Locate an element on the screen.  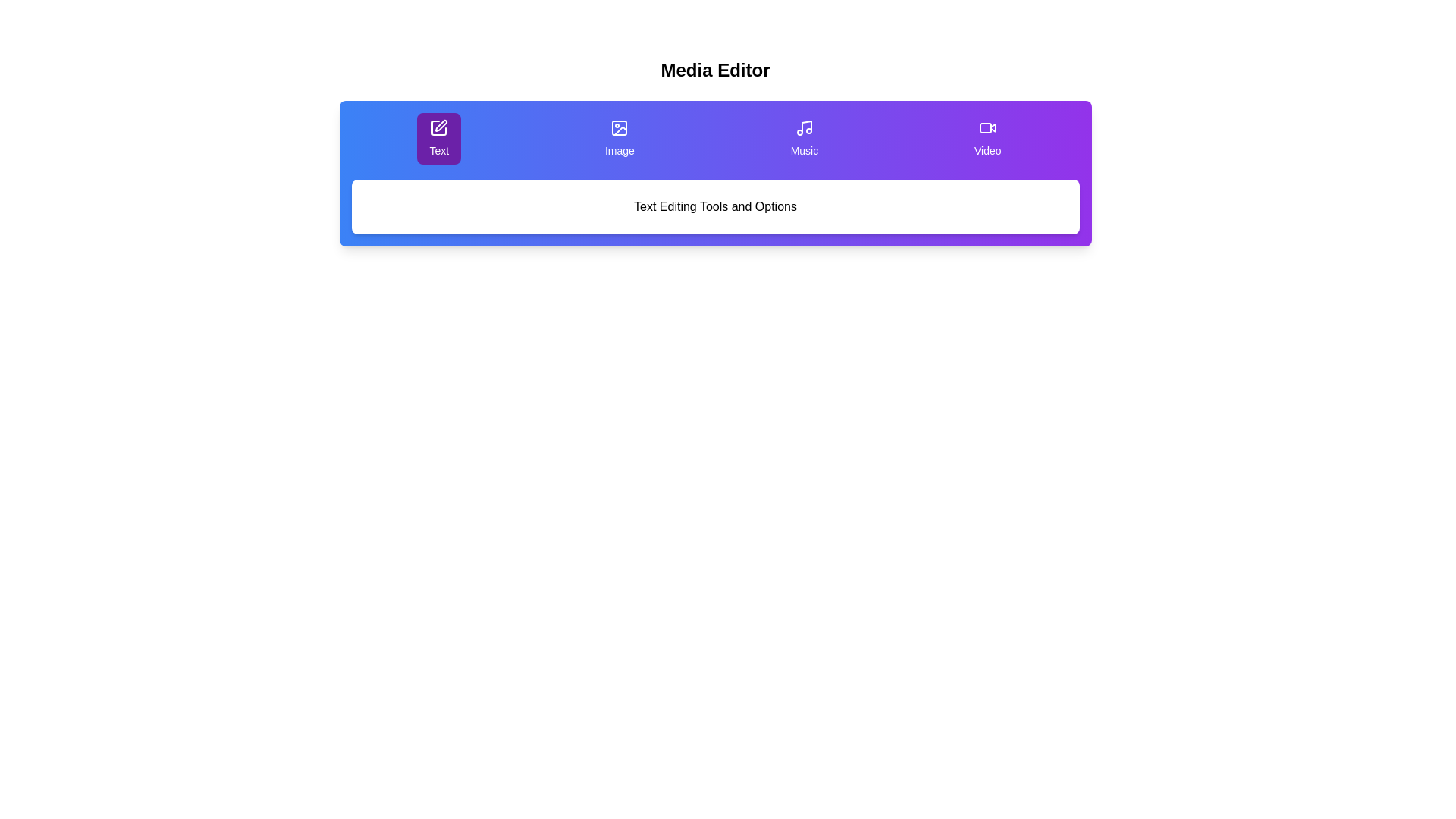
the text editing feature icon, which is a minimalist line-art square with a pen on a purple background, located in the upper-left corner of the main toolbar within the 'Text' tile is located at coordinates (438, 127).